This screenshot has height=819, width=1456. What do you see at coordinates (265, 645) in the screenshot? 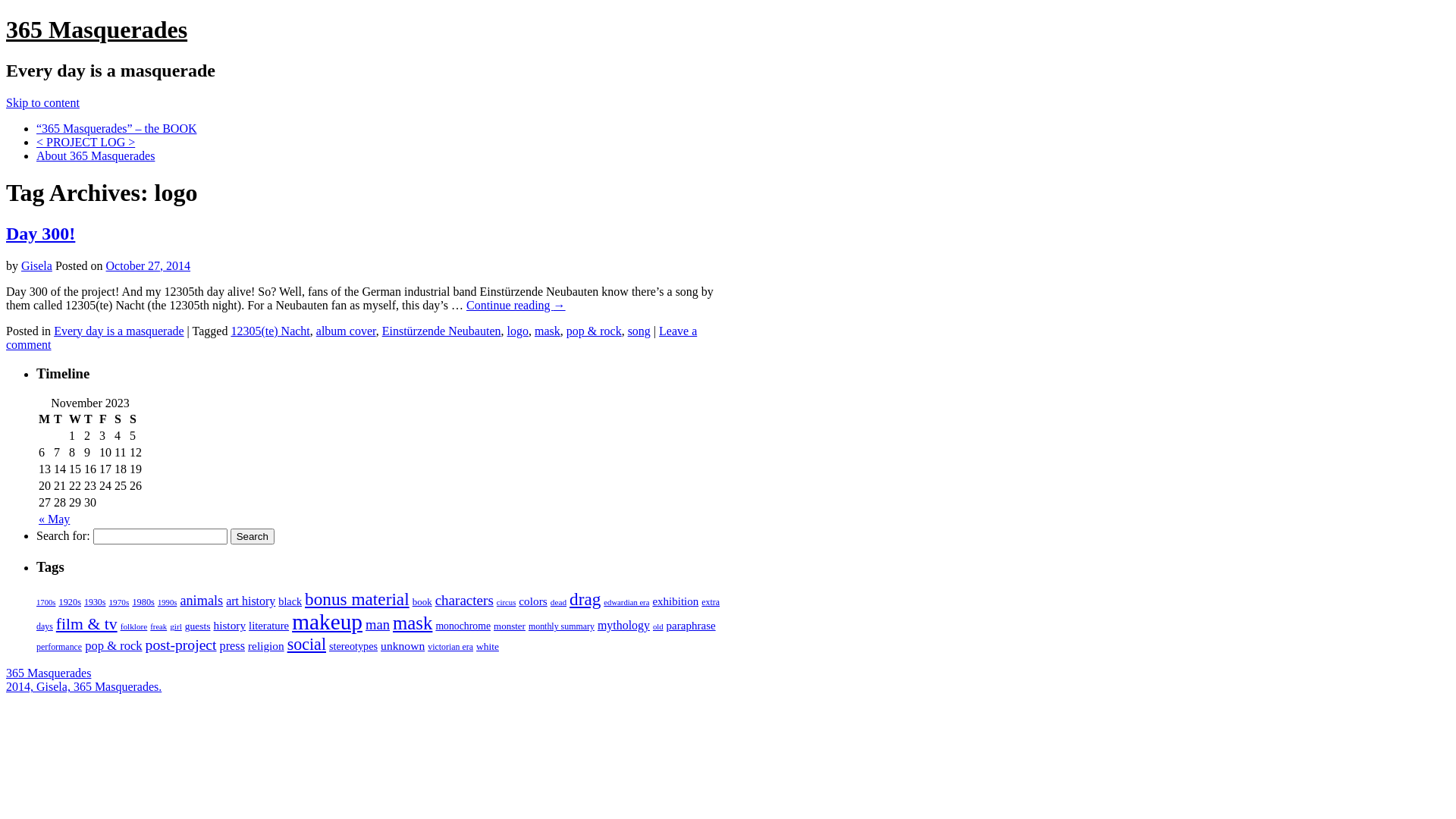
I see `'religion'` at bounding box center [265, 645].